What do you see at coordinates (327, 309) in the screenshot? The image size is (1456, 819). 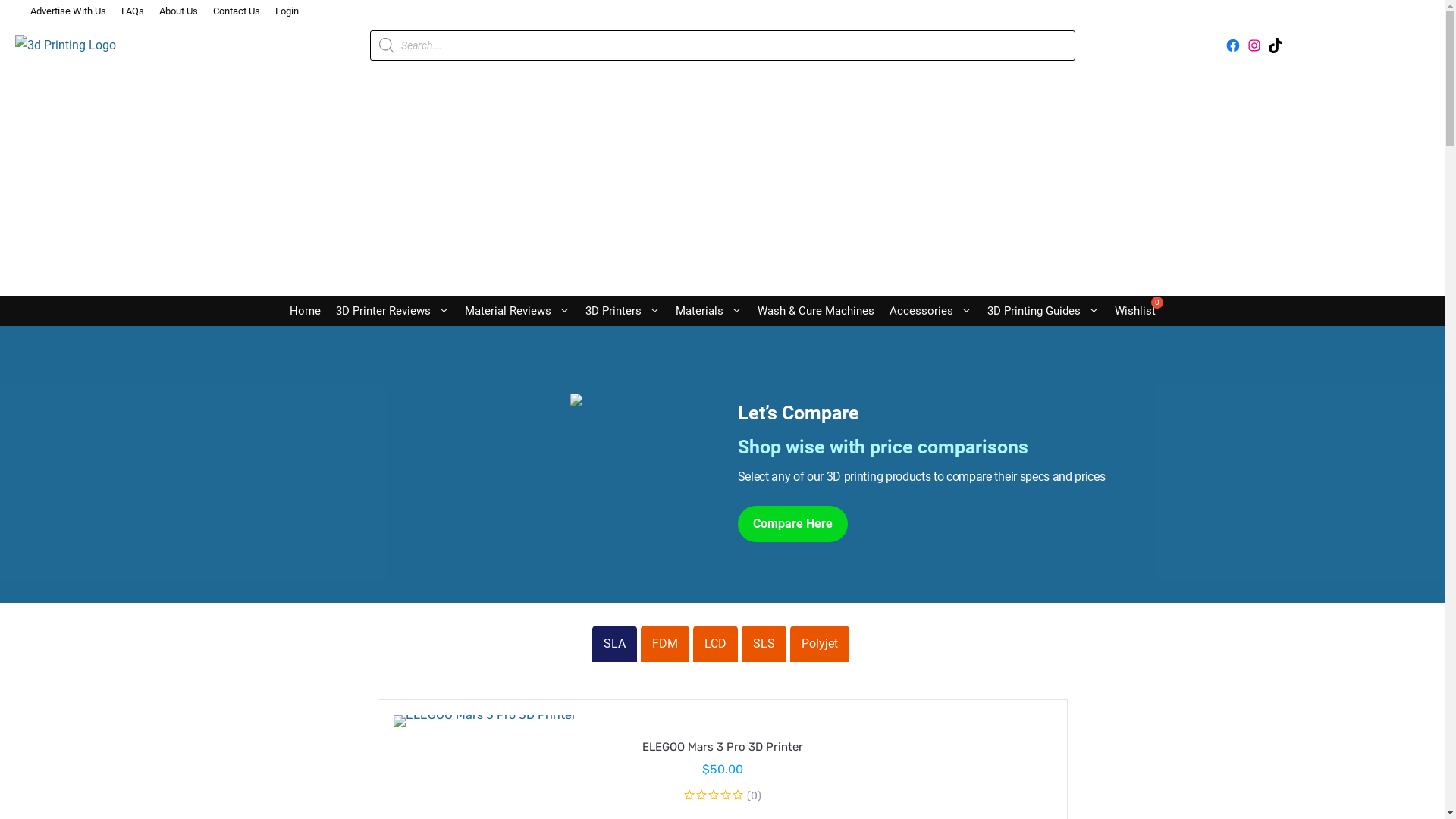 I see `'3D Printer Reviews'` at bounding box center [327, 309].